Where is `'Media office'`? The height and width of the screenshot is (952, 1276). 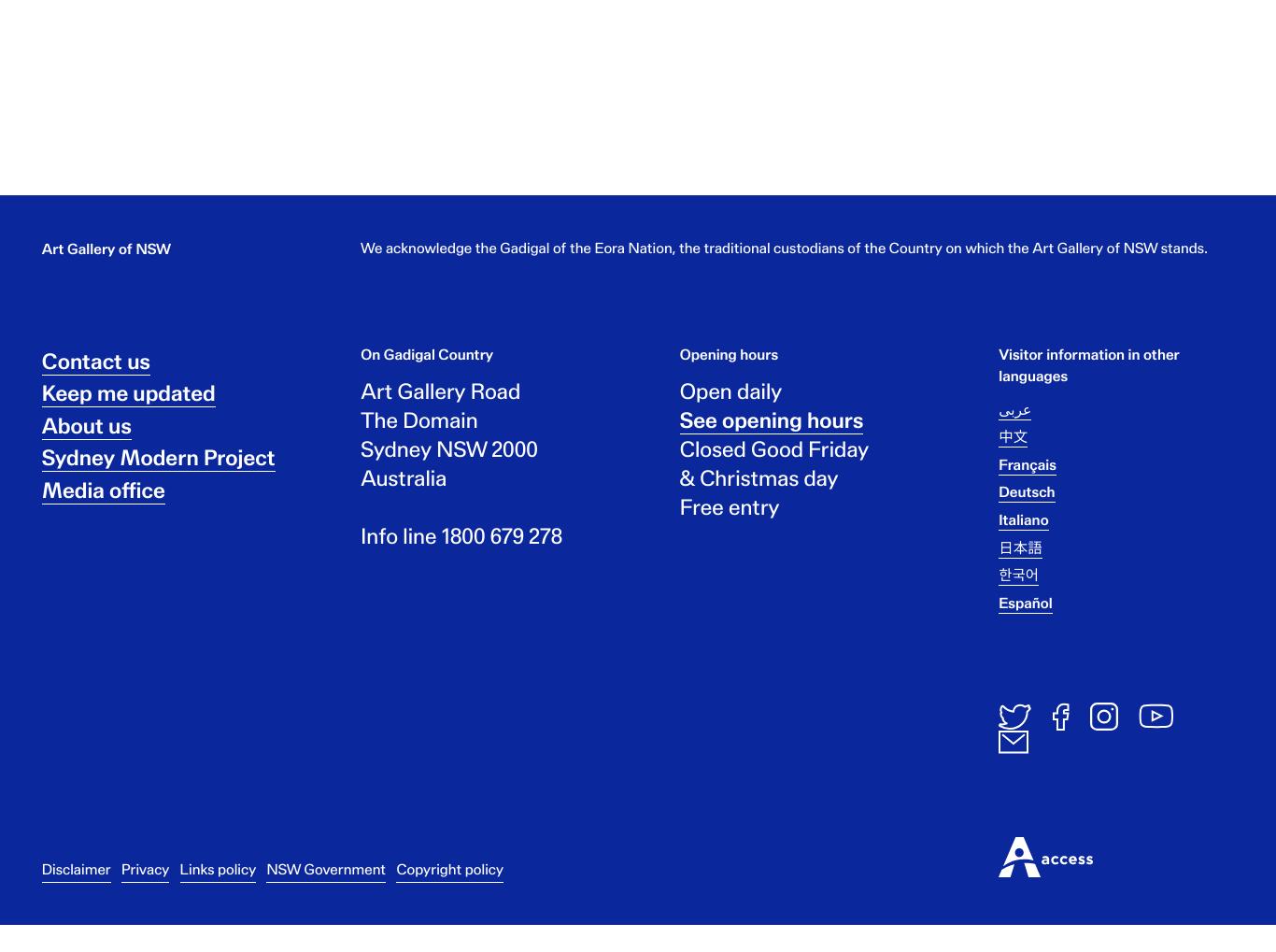
'Media office' is located at coordinates (102, 504).